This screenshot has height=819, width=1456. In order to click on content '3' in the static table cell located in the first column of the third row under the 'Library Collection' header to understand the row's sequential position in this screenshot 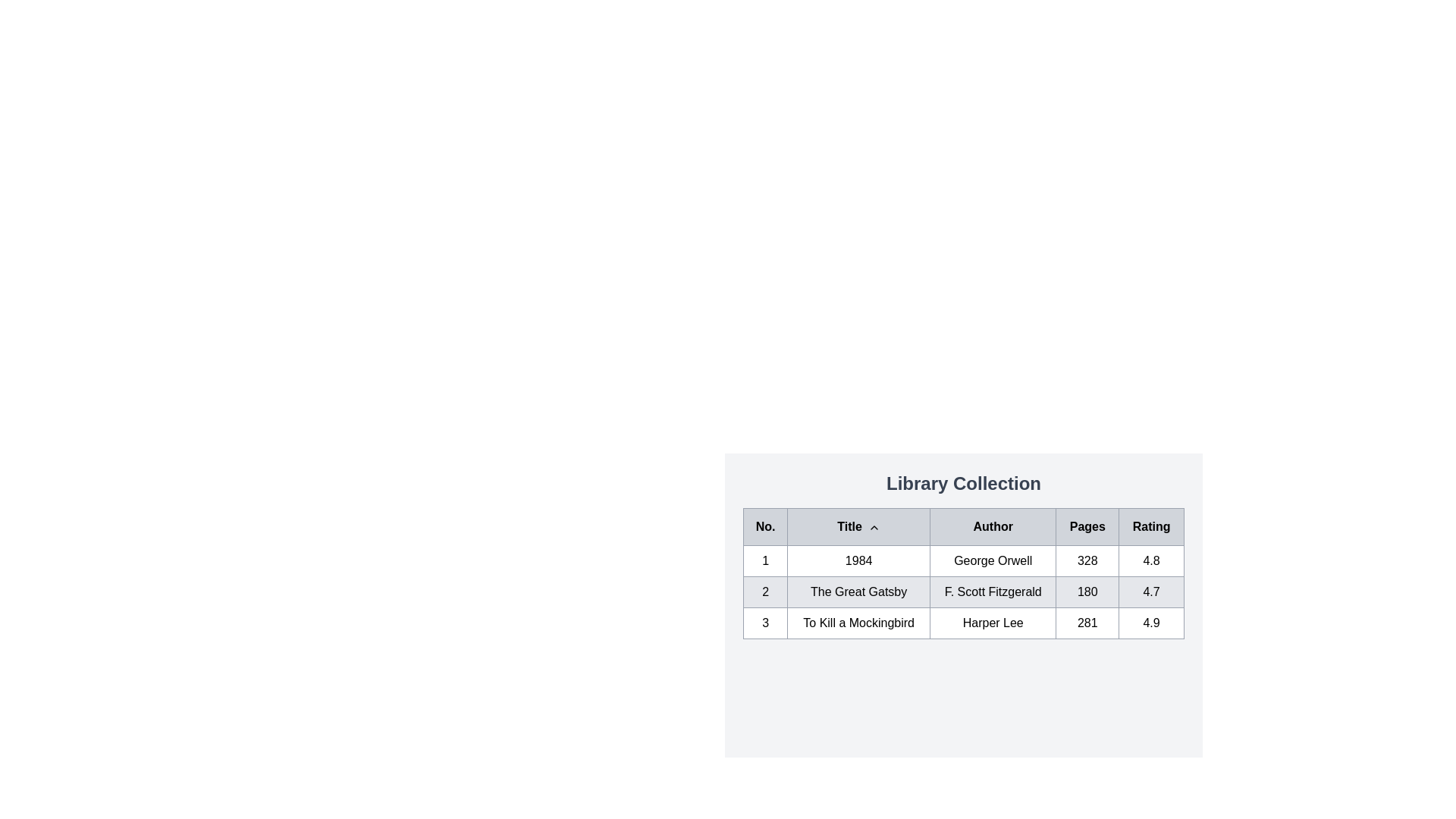, I will do `click(765, 623)`.